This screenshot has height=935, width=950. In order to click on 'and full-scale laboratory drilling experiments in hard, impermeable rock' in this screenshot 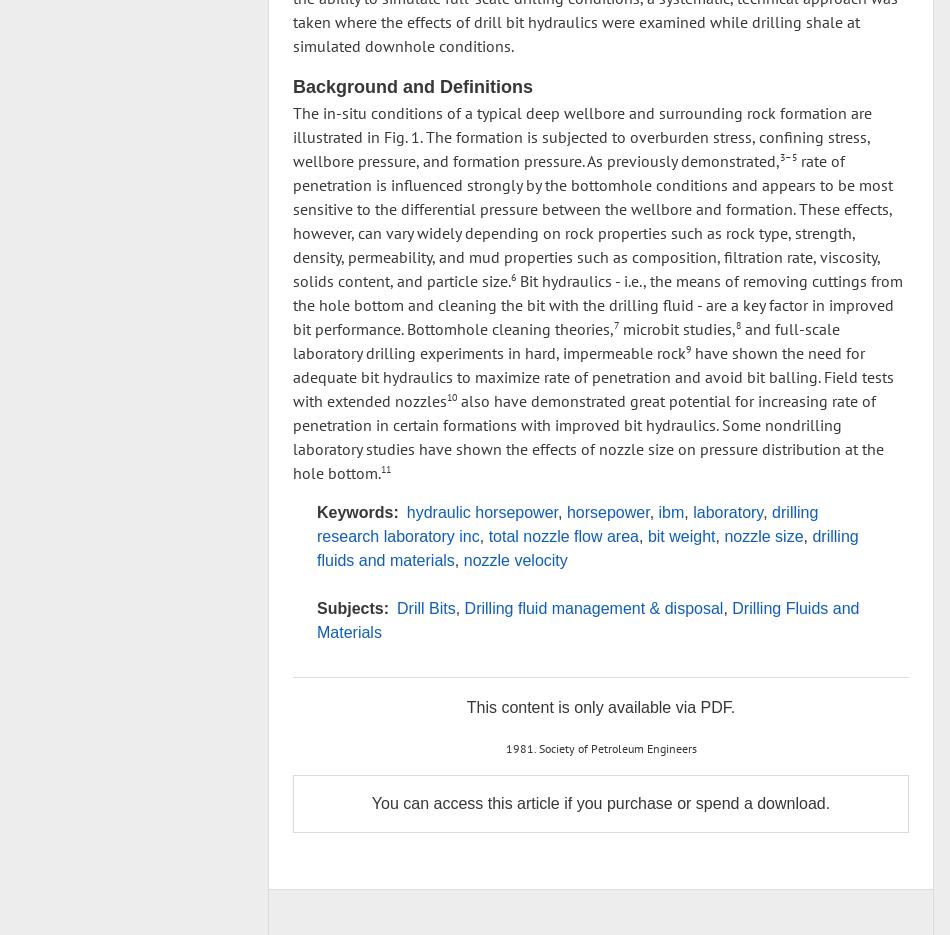, I will do `click(566, 340)`.